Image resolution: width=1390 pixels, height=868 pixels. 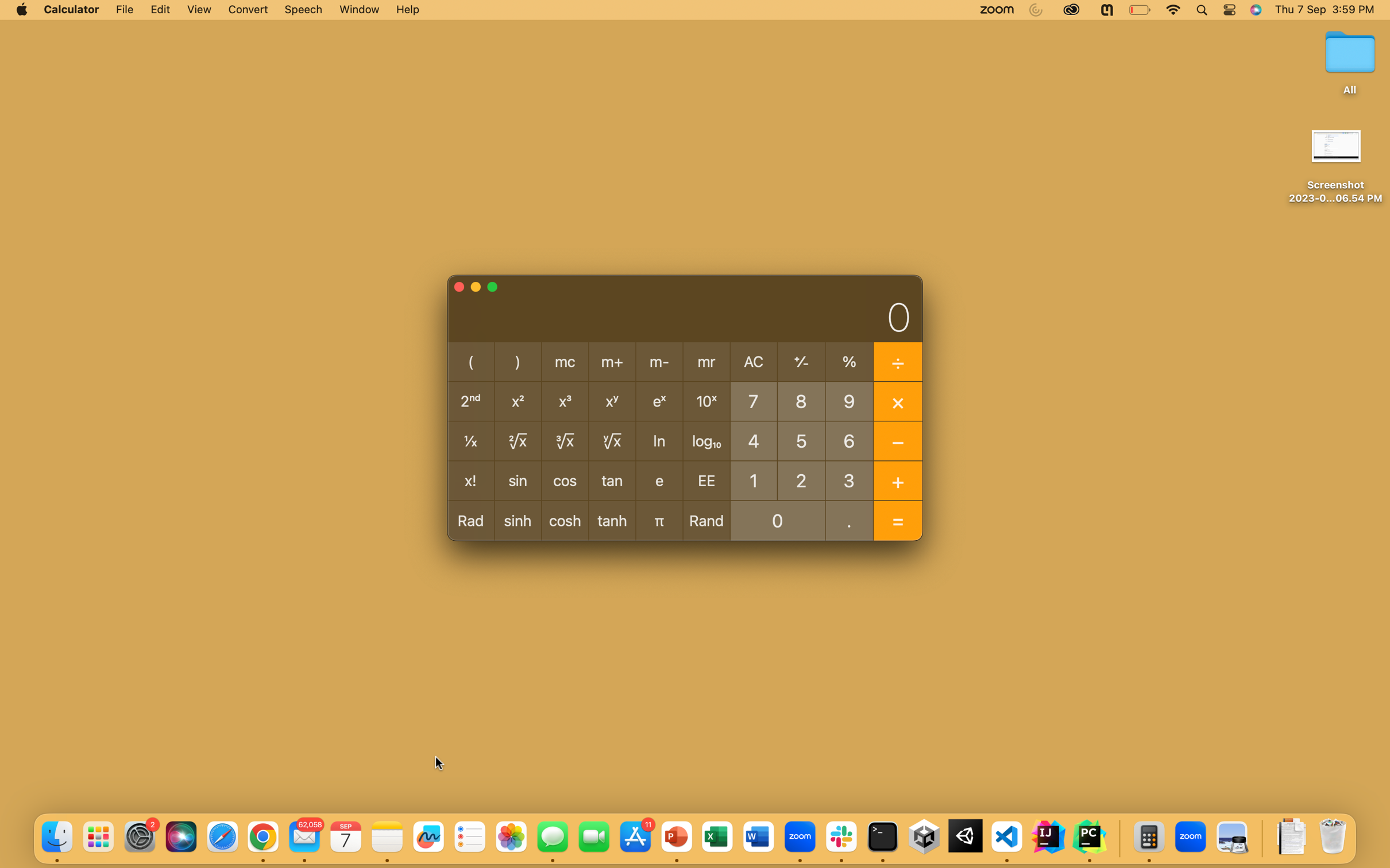 What do you see at coordinates (752, 440) in the screenshot?
I see `Identify the sine for a 45-degree angle` at bounding box center [752, 440].